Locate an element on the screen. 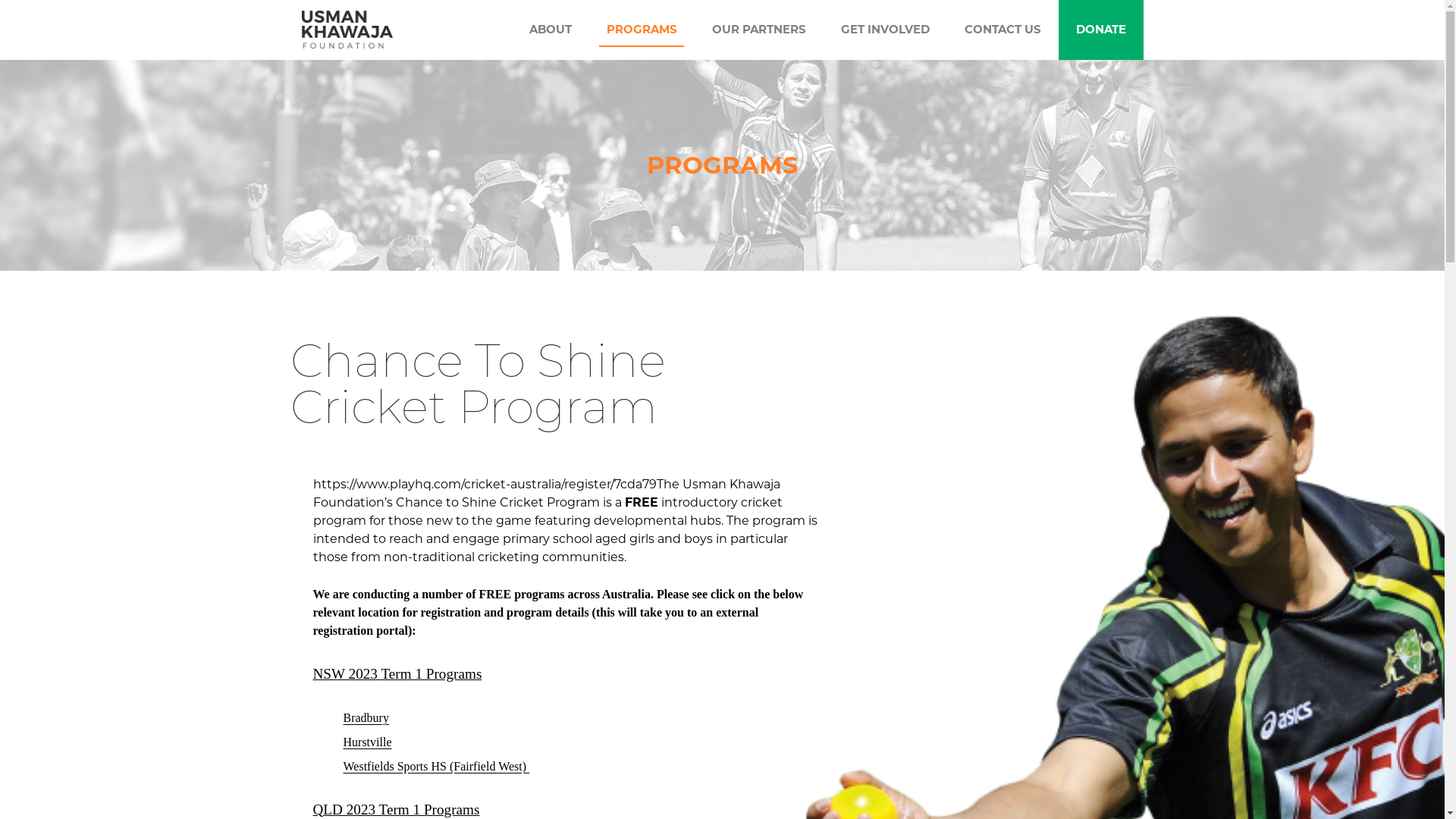  'https://www.playhq.com/cricket-australia/register/7cda79' is located at coordinates (483, 484).